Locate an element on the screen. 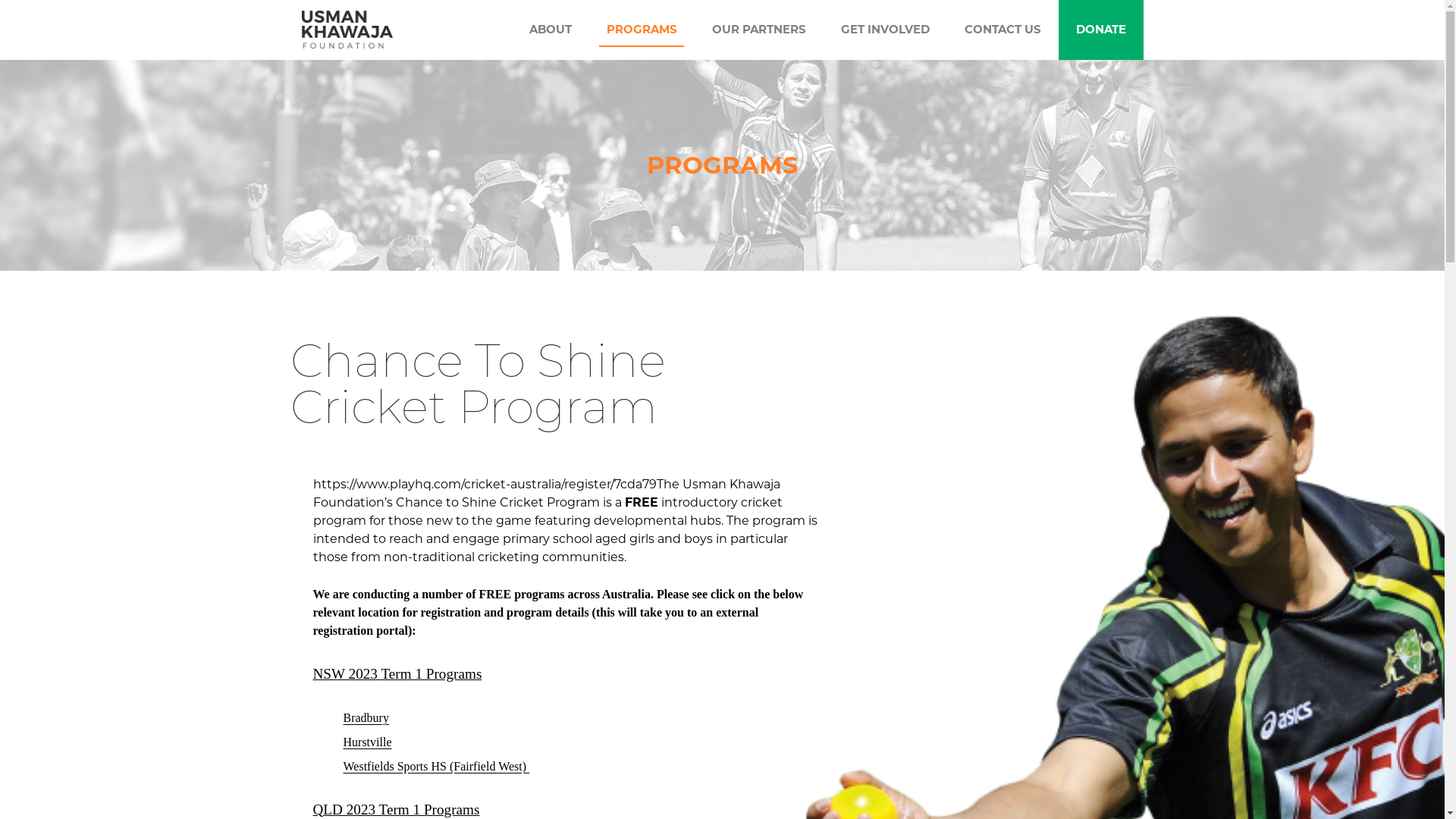  'https://www.playhq.com/cricket-australia/register/7cda79' is located at coordinates (483, 484).